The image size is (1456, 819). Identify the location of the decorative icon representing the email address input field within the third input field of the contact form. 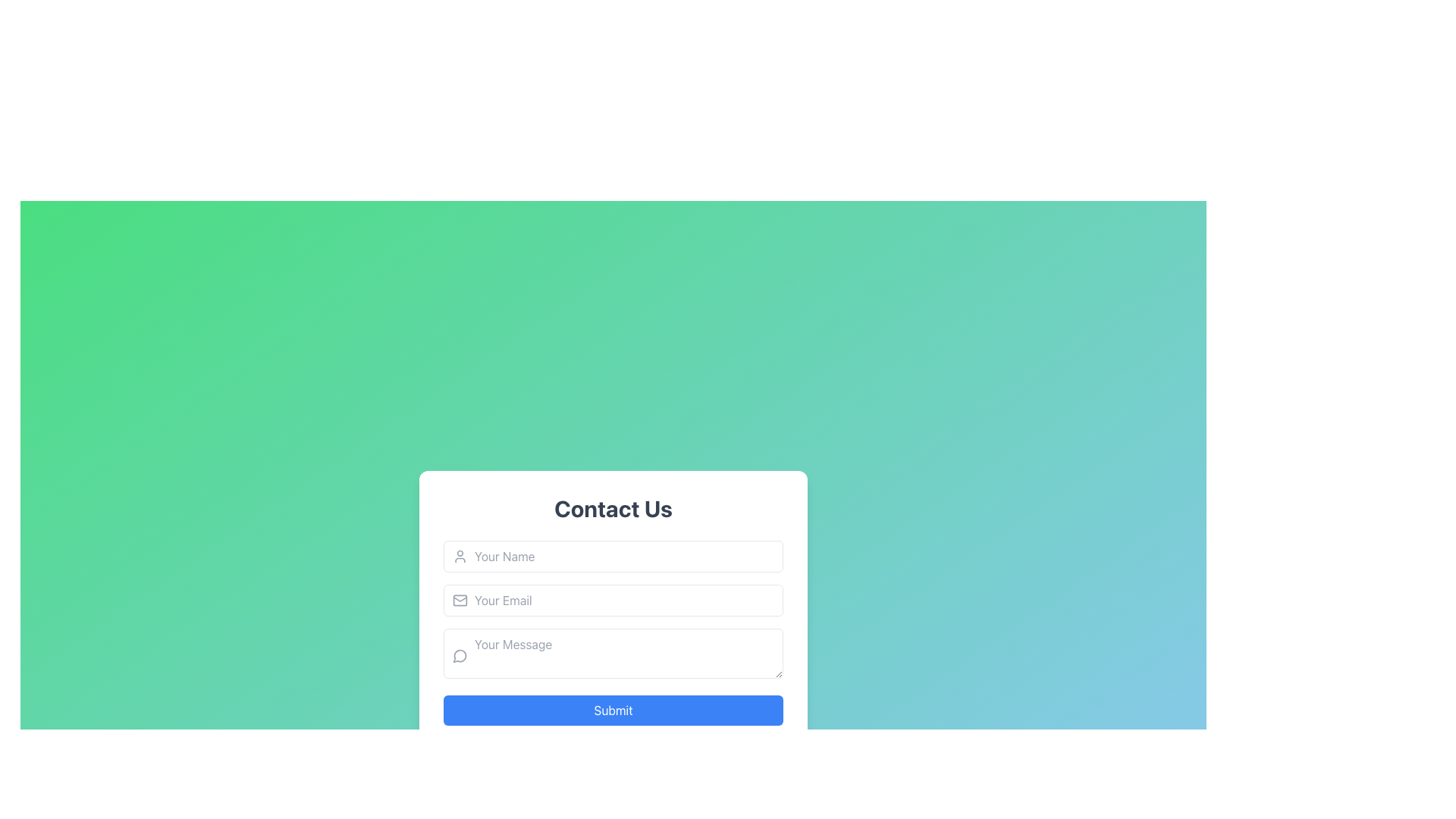
(459, 599).